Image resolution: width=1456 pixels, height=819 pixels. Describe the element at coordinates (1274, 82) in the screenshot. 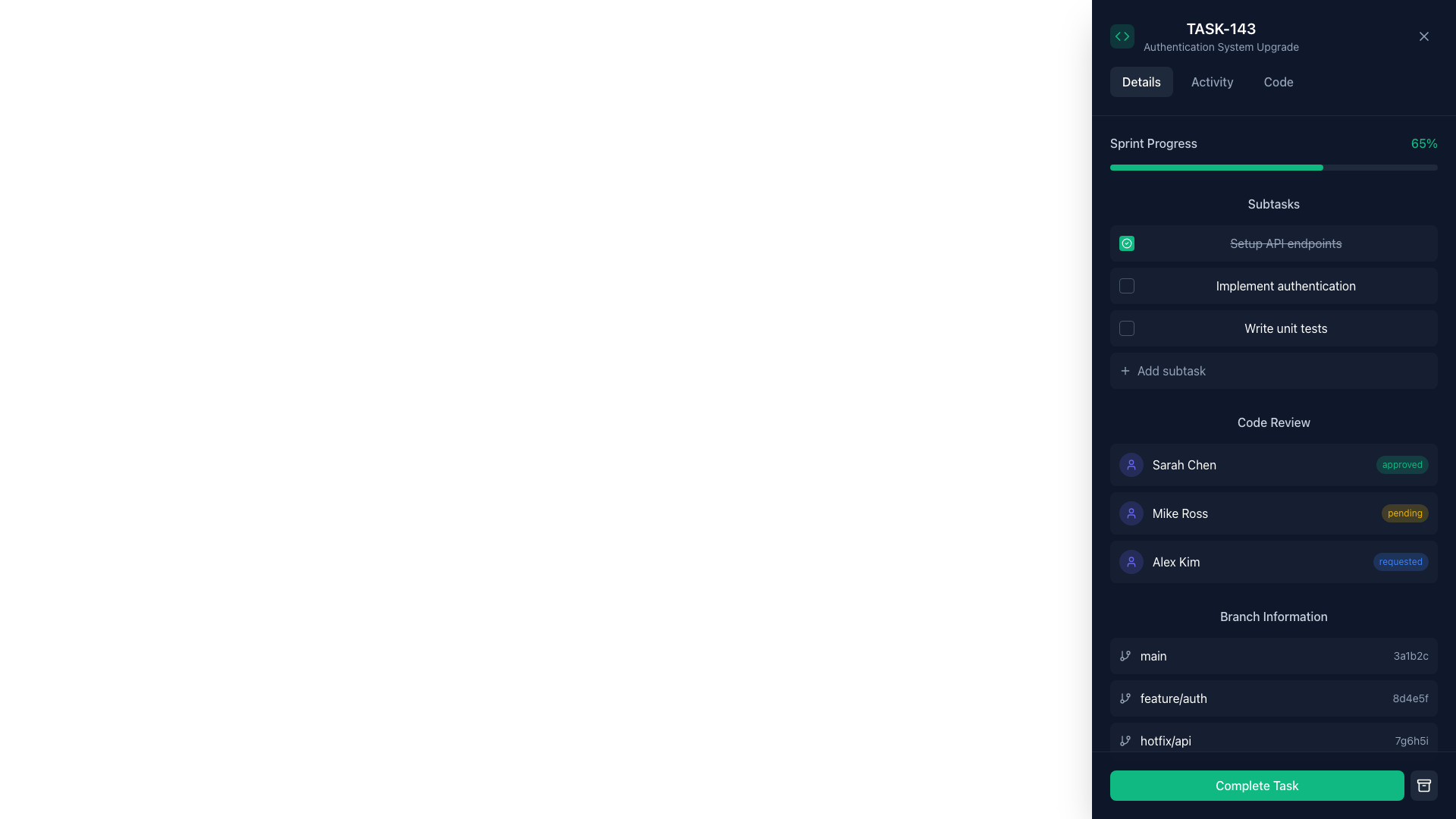

I see `the inactive tab in the Navigation tab group located below the task title 'TASK-143 Authentication System Upgrade'` at that location.